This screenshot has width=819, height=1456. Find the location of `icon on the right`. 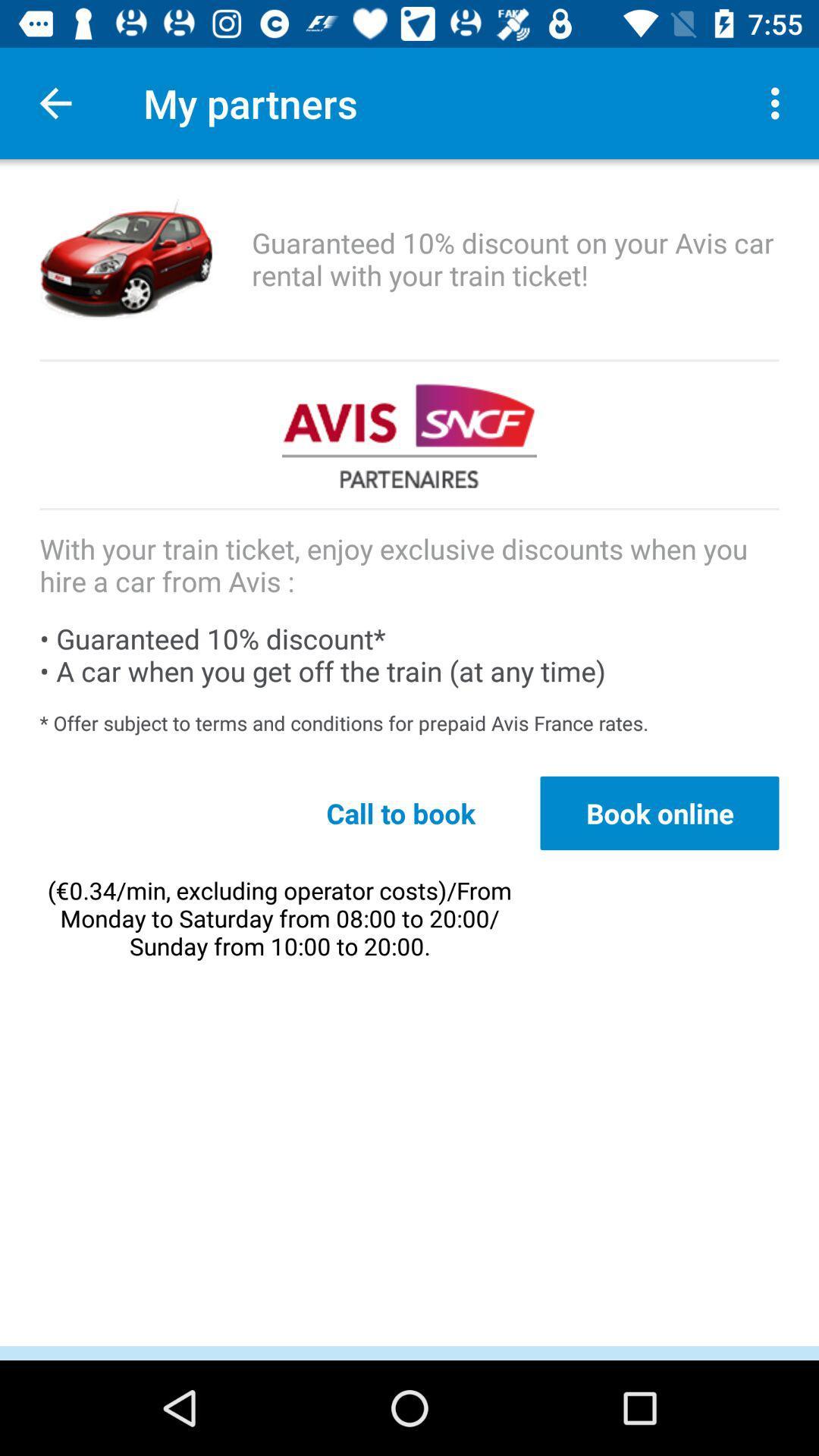

icon on the right is located at coordinates (659, 812).